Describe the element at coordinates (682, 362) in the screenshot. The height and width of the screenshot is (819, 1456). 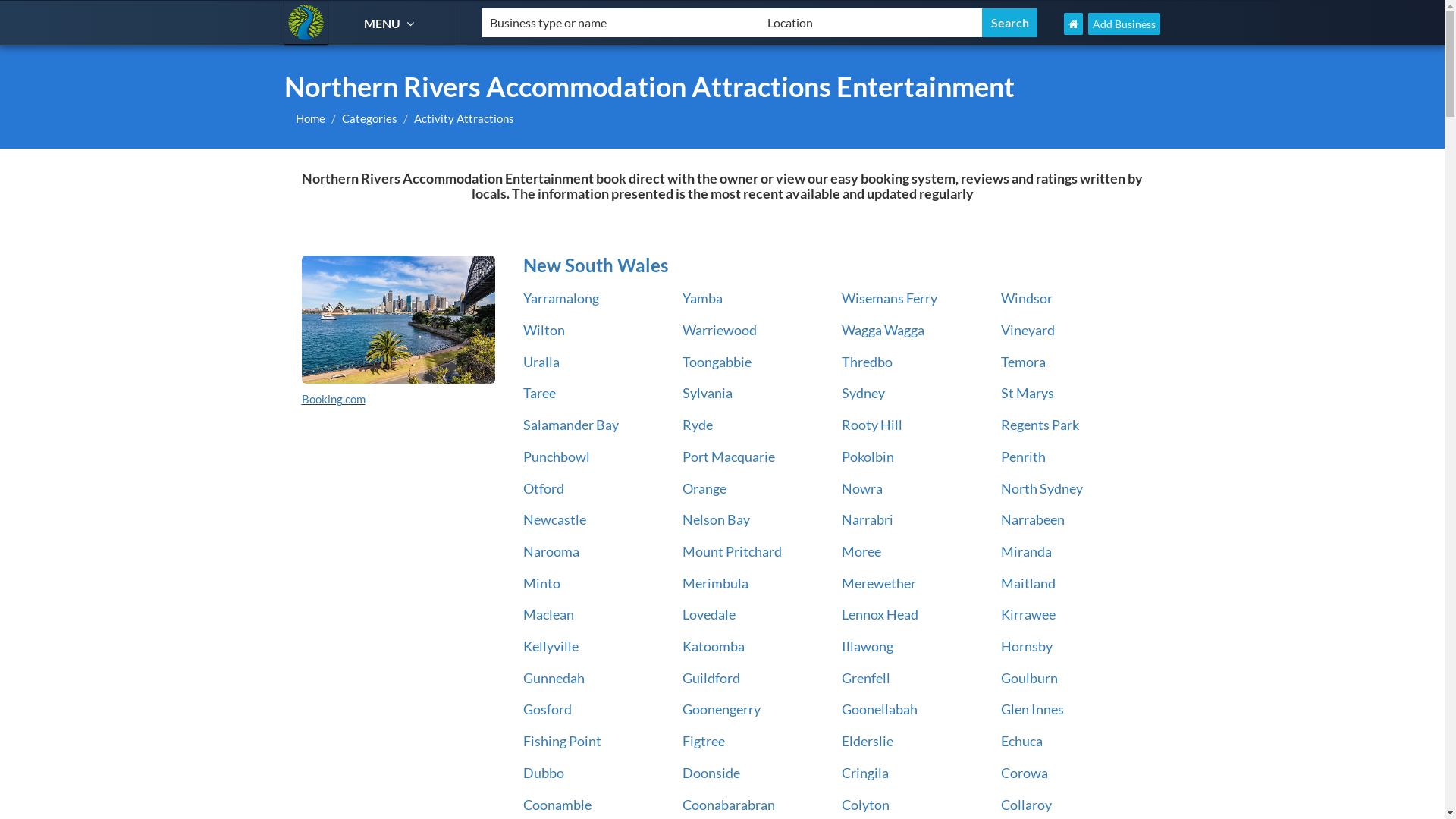
I see `'Toongabbie'` at that location.